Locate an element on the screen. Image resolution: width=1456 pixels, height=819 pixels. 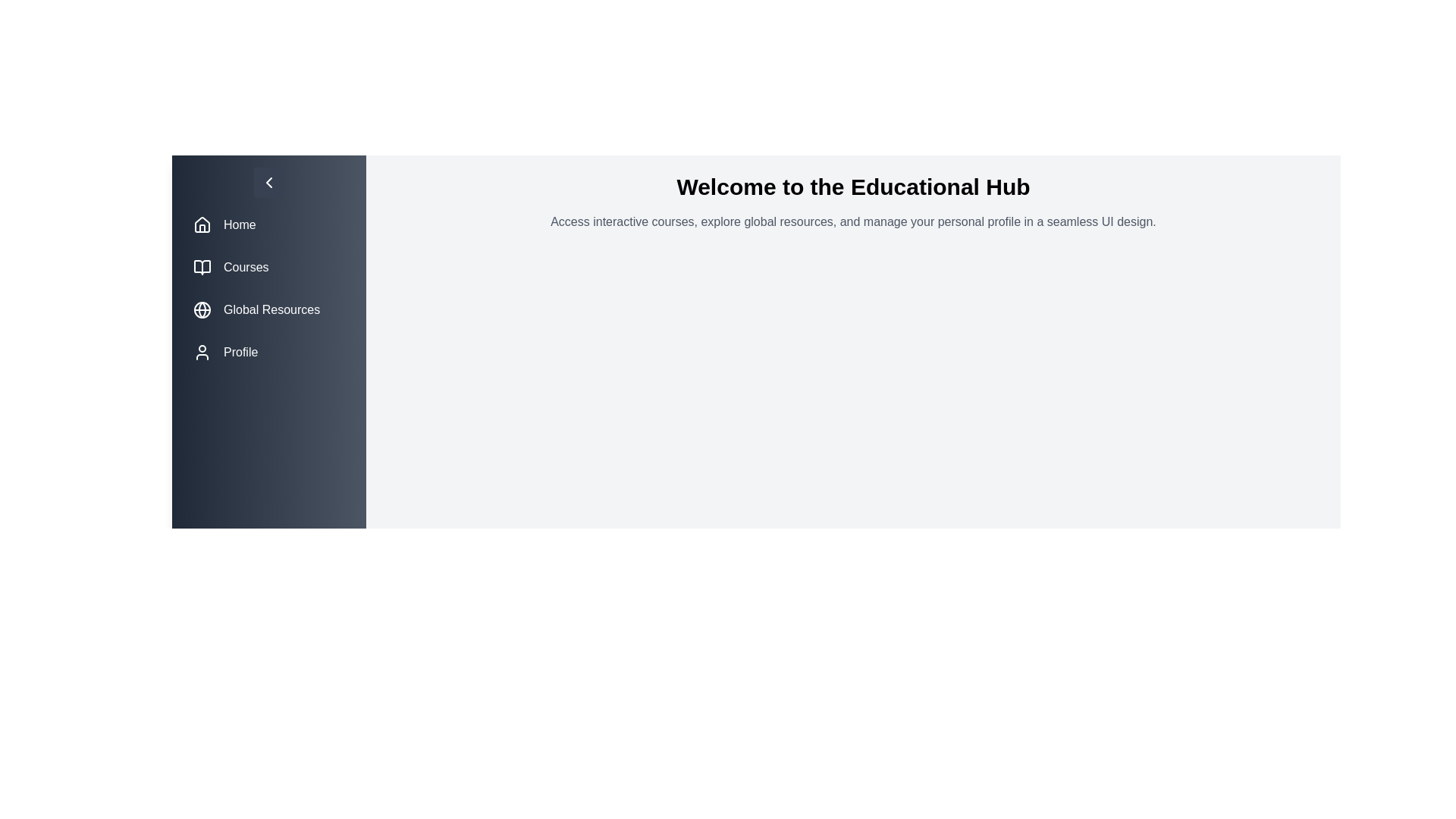
the navigation item labeled Profile is located at coordinates (269, 353).